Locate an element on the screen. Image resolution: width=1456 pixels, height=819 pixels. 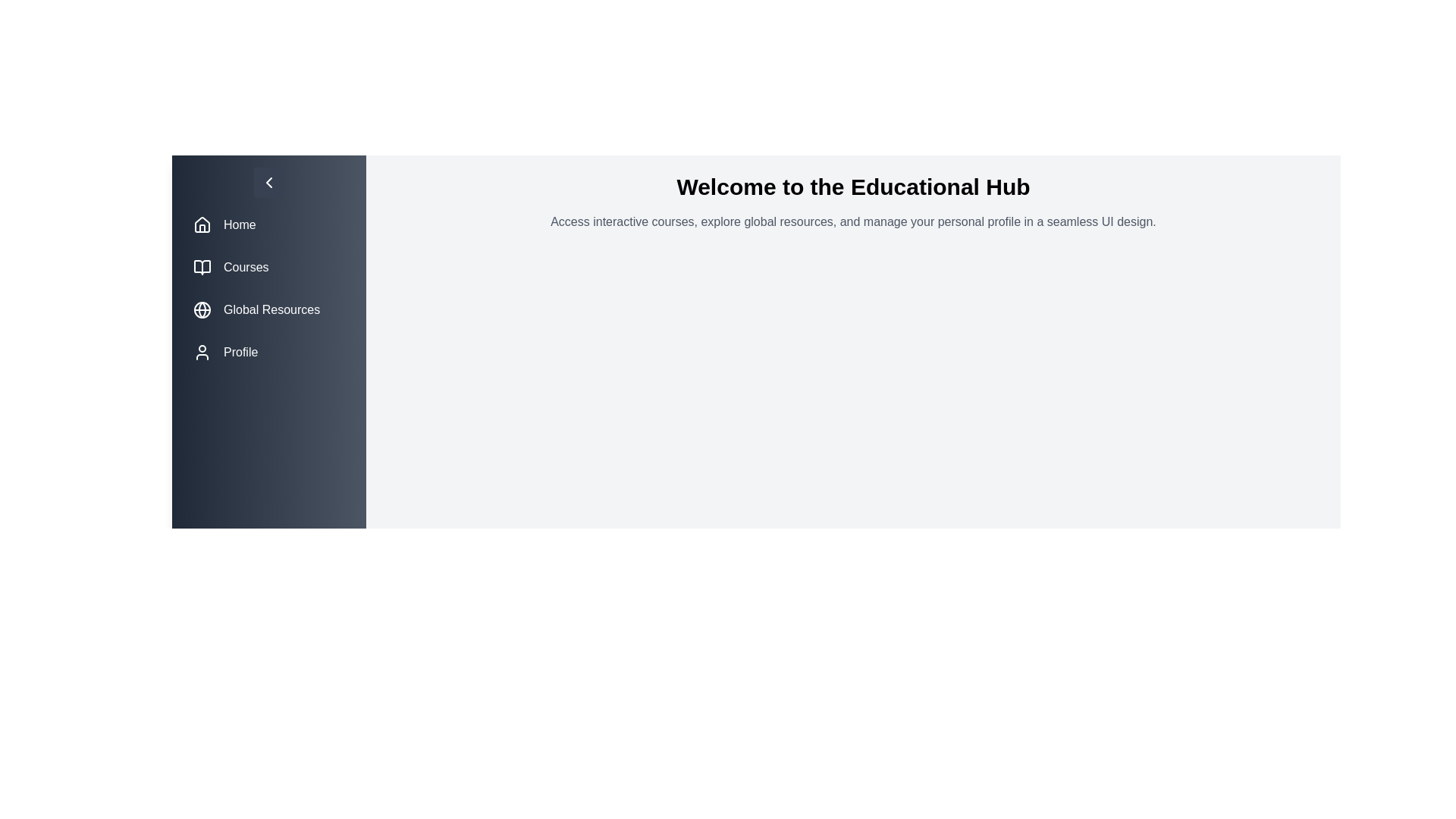
the navigation item labeled Profile is located at coordinates (269, 353).